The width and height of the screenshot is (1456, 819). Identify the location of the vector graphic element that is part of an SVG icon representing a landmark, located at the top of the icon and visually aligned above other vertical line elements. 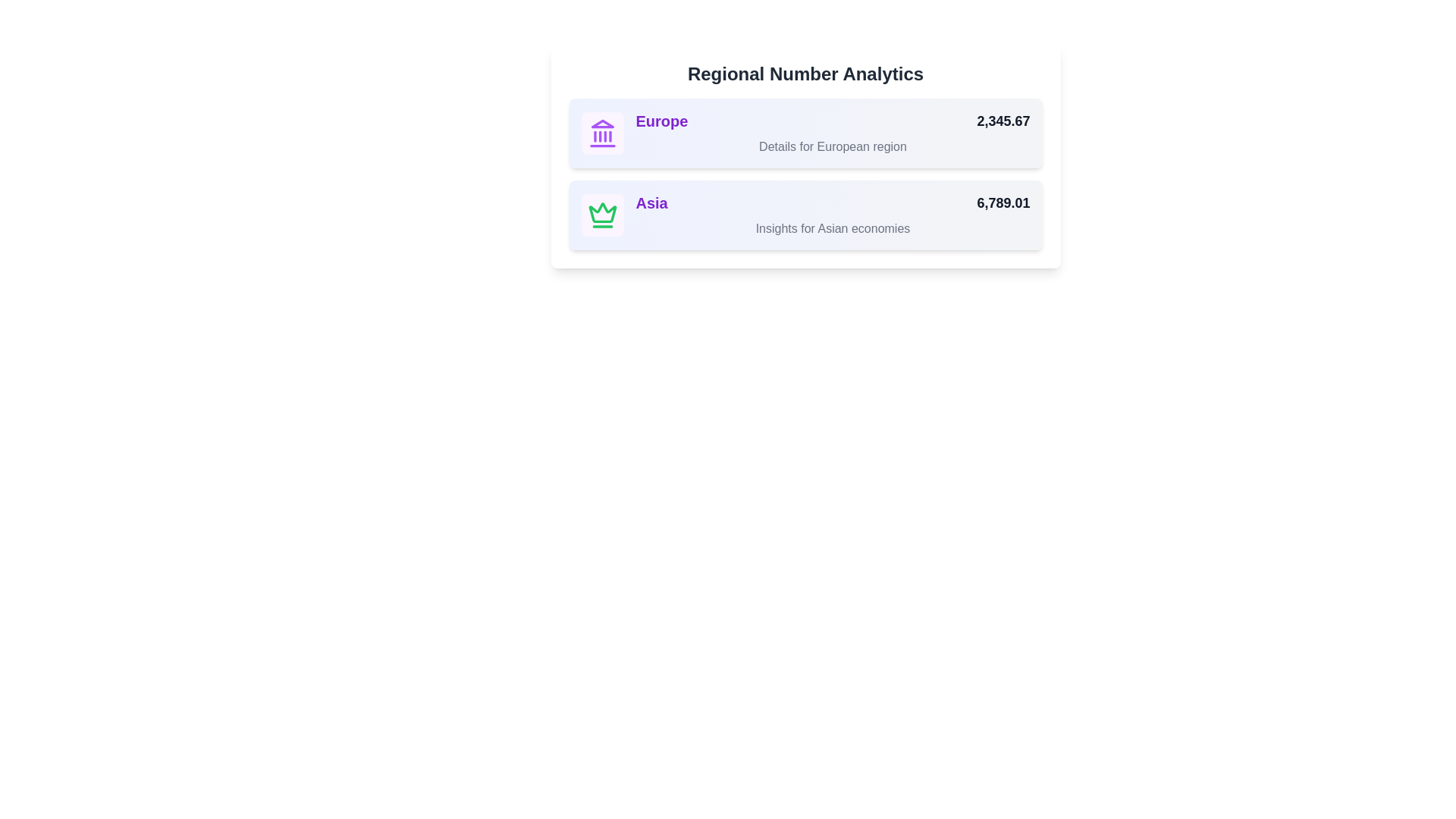
(601, 123).